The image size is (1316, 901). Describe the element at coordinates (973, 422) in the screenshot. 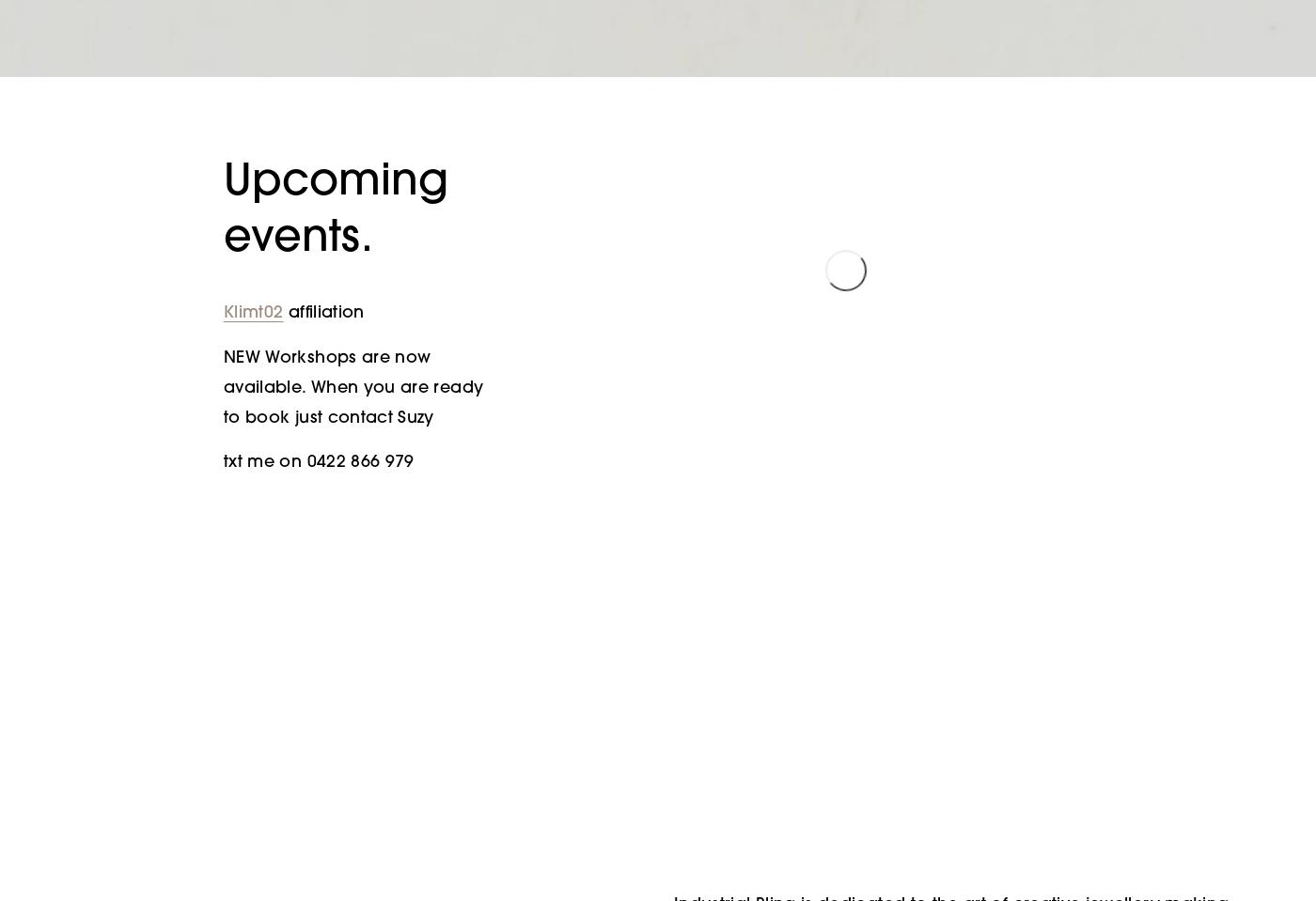

I see `'17'` at that location.